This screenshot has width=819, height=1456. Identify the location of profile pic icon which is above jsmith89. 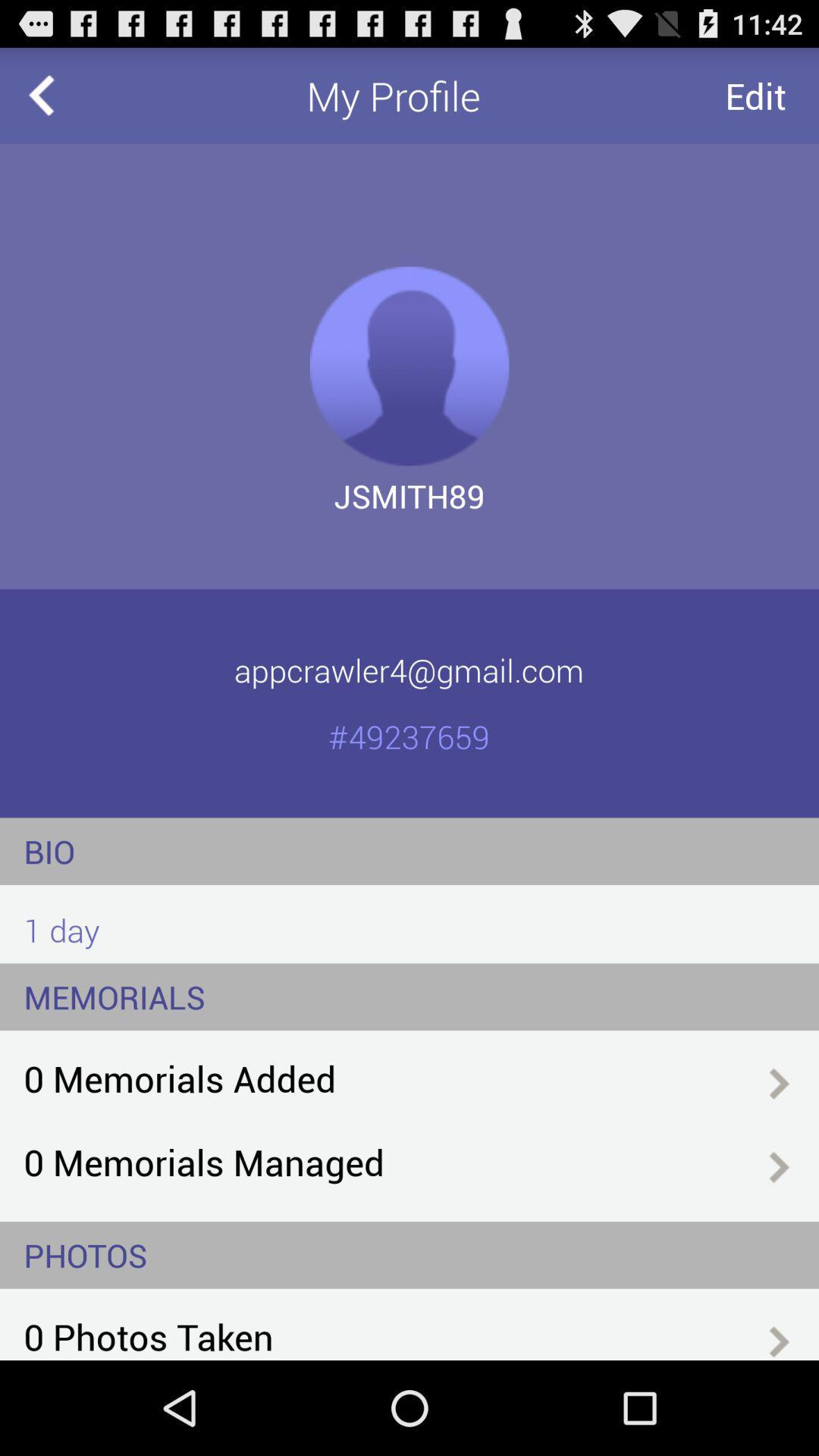
(409, 366).